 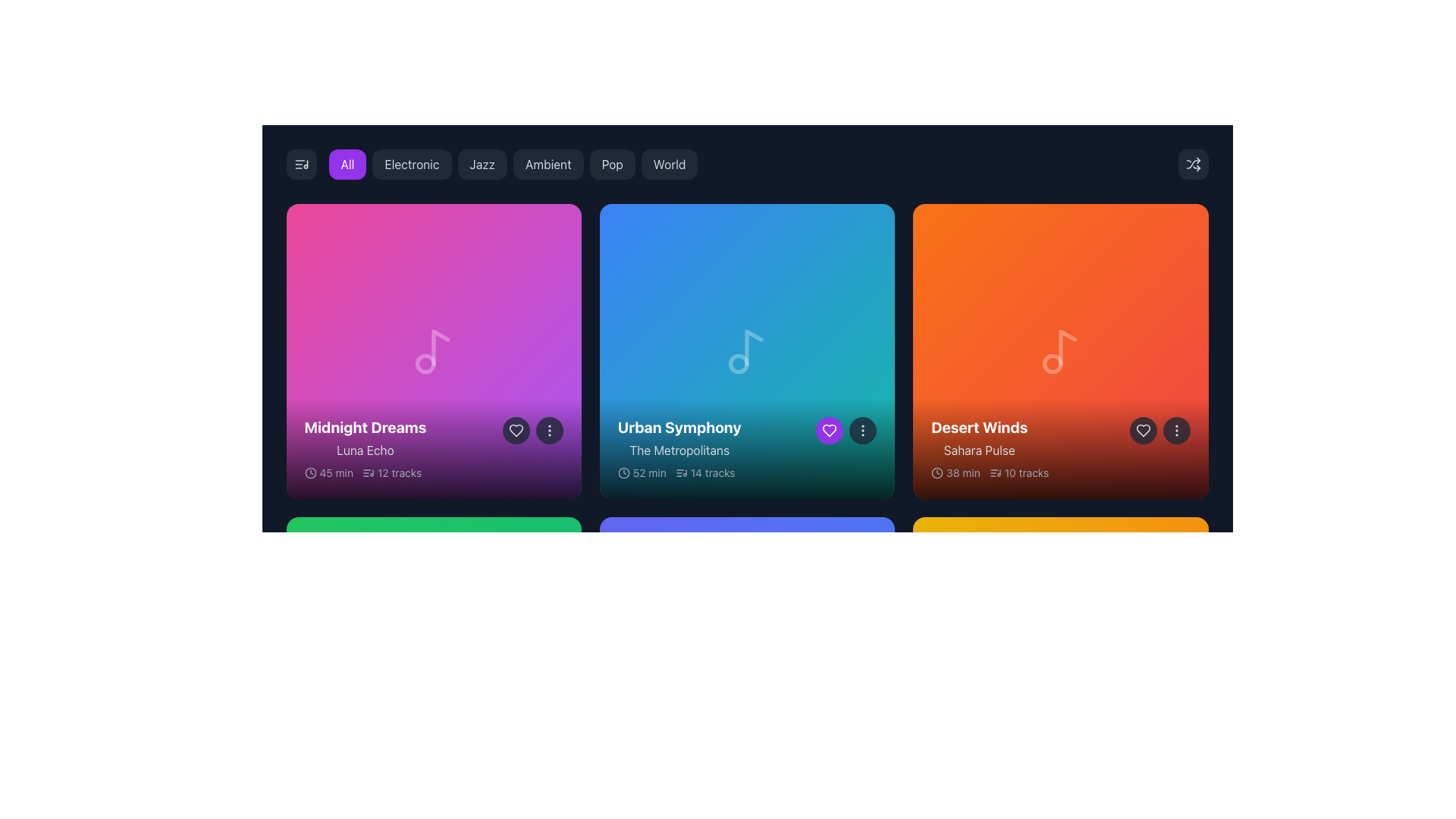 I want to click on the text label that serves as the main title for the orange card, positioned above 'Sahara Pulse' in the bottom right corner of the card, so click(x=979, y=428).